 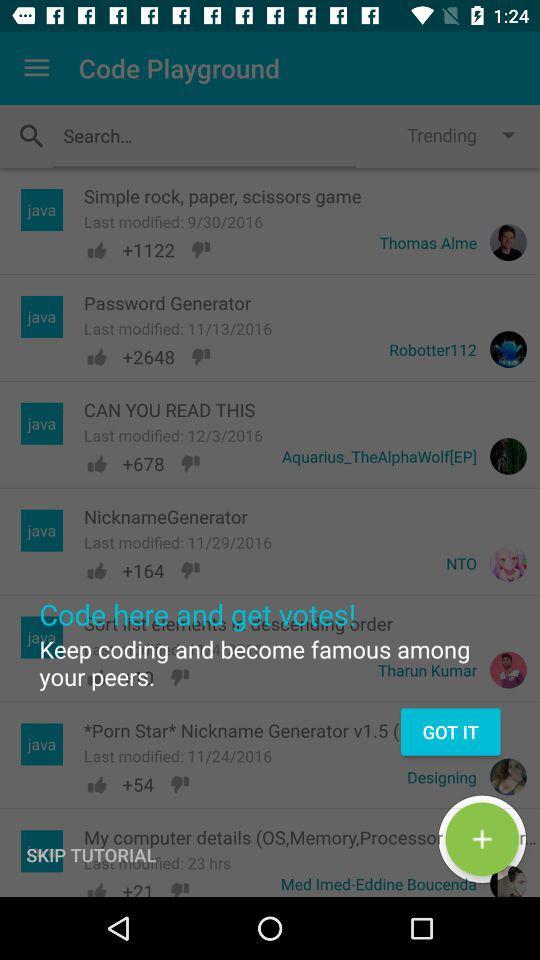 I want to click on the add icon, so click(x=481, y=839).